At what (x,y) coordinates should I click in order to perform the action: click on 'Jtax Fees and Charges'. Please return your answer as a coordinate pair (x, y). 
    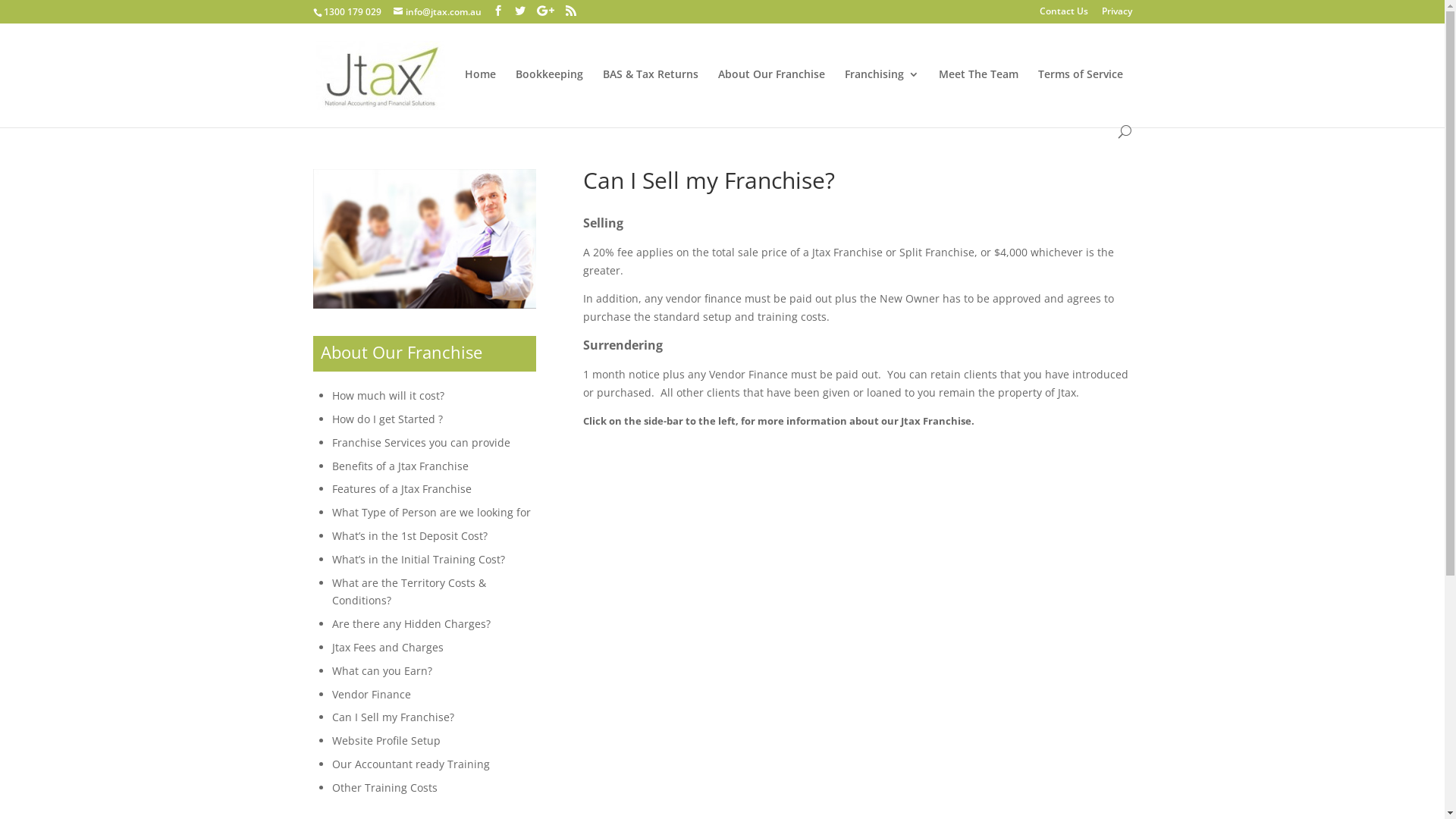
    Looking at the image, I should click on (388, 647).